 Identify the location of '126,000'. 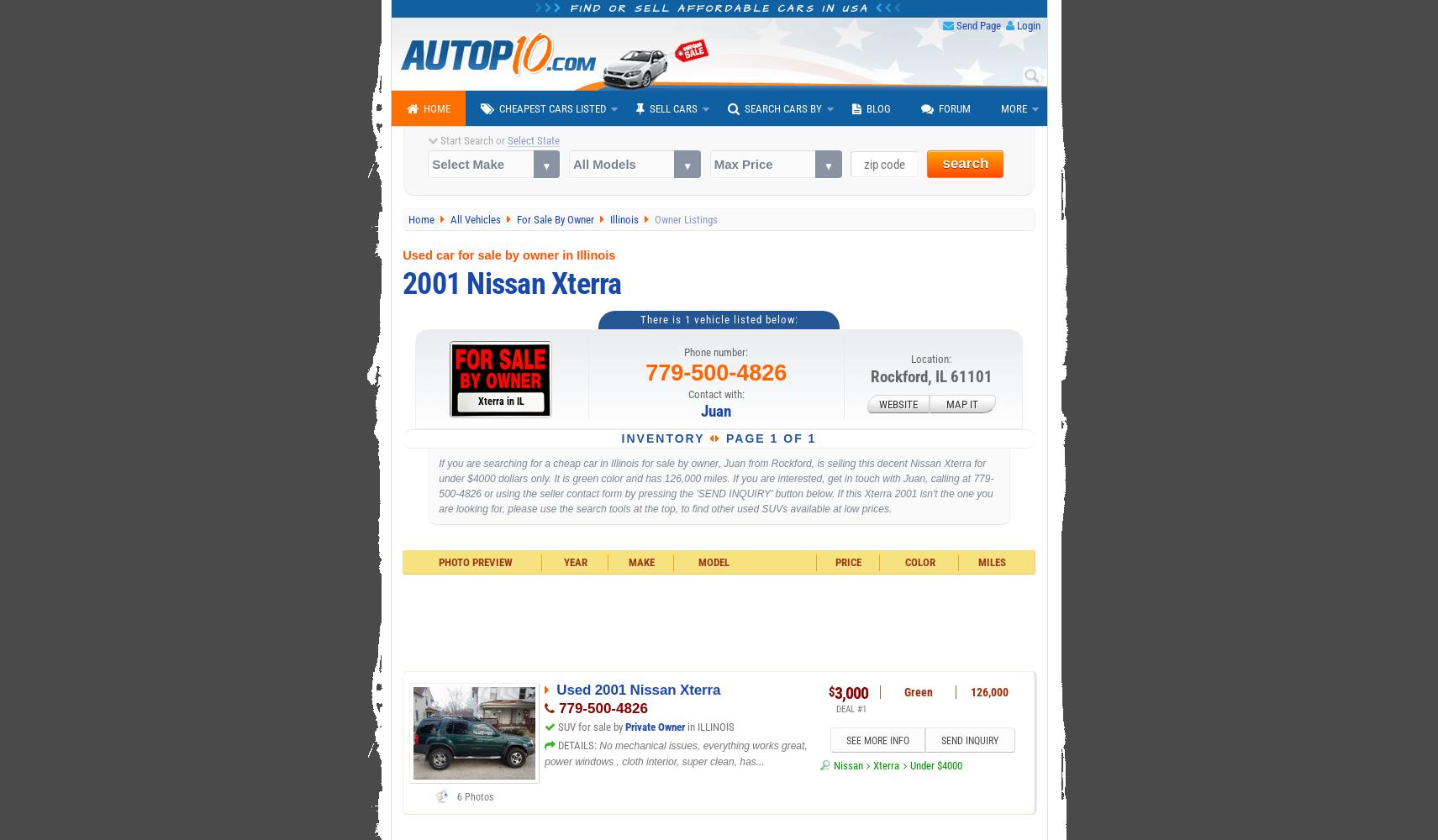
(988, 691).